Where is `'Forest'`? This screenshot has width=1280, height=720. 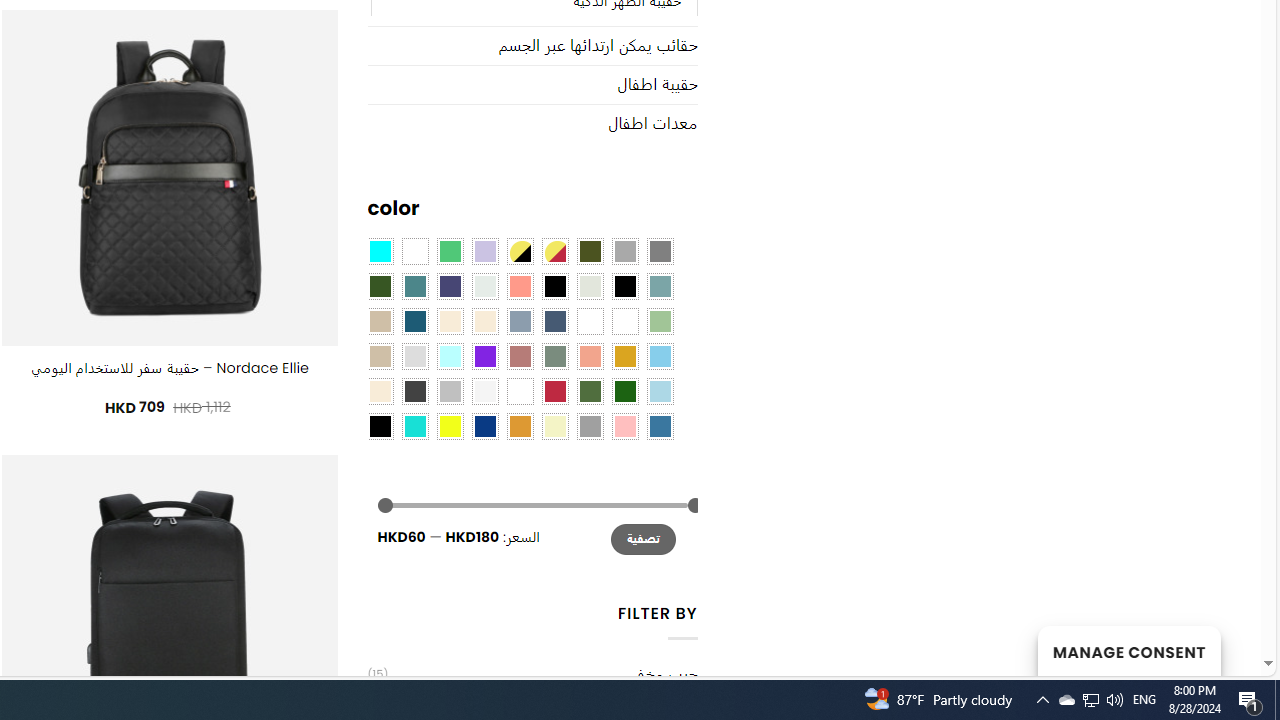
'Forest' is located at coordinates (380, 285).